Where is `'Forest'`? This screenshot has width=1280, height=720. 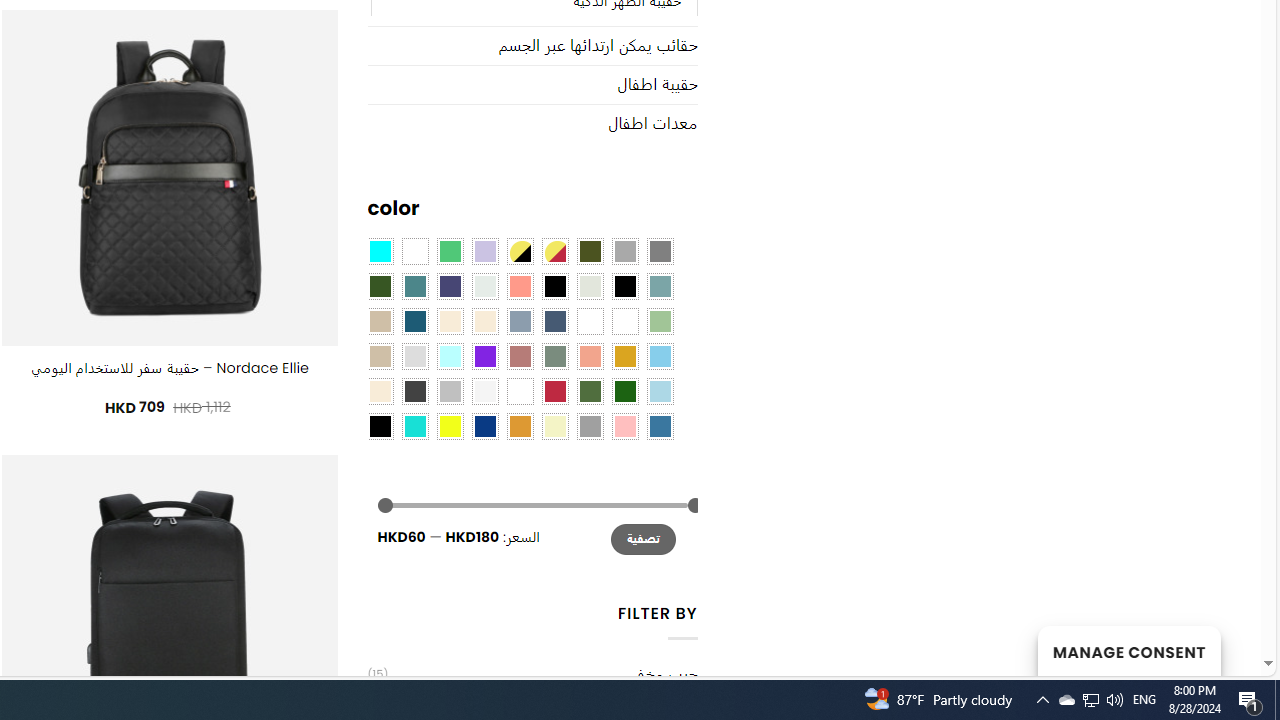
'Forest' is located at coordinates (380, 285).